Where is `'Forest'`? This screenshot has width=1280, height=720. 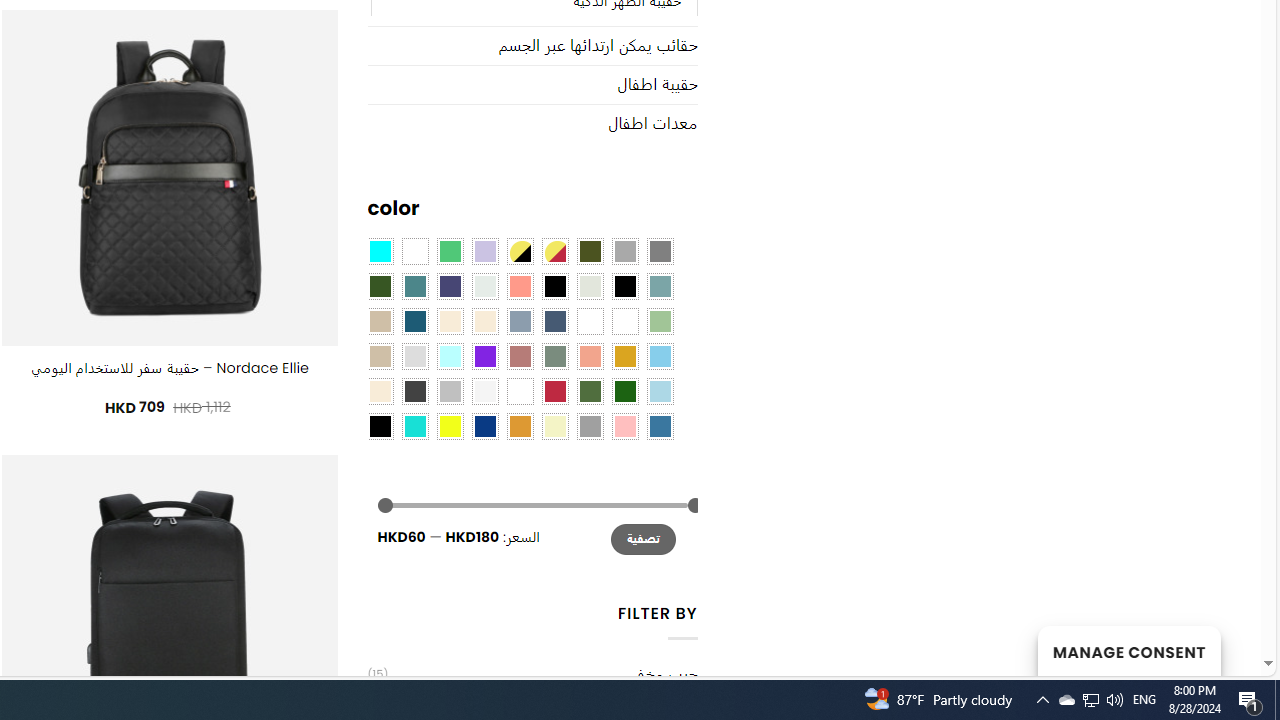
'Forest' is located at coordinates (380, 285).